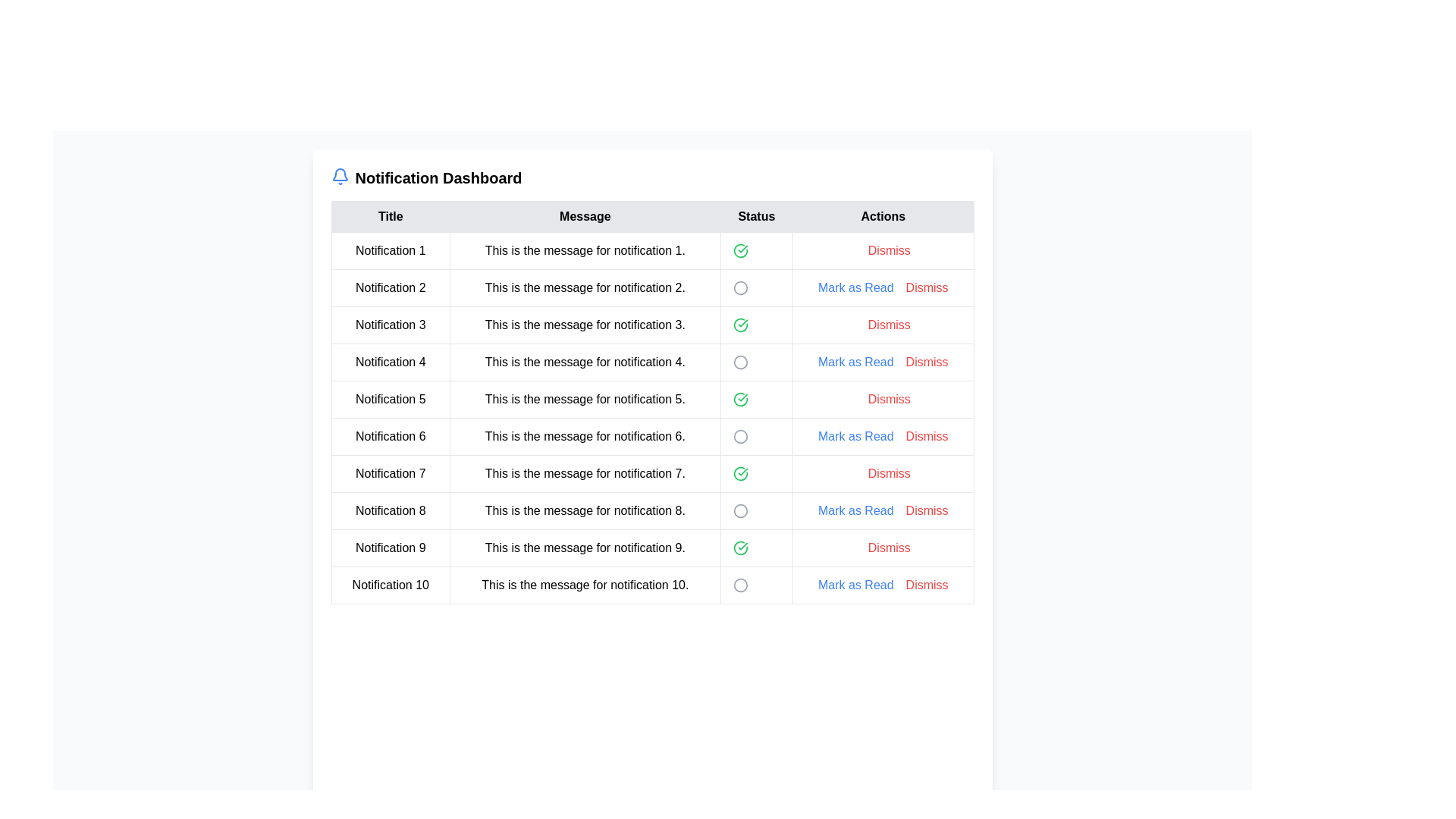 This screenshot has width=1456, height=819. Describe the element at coordinates (584, 324) in the screenshot. I see `the 'Message' text label of 'Notification 3' in the notification dashboard, which is the second item in the corresponding row` at that location.